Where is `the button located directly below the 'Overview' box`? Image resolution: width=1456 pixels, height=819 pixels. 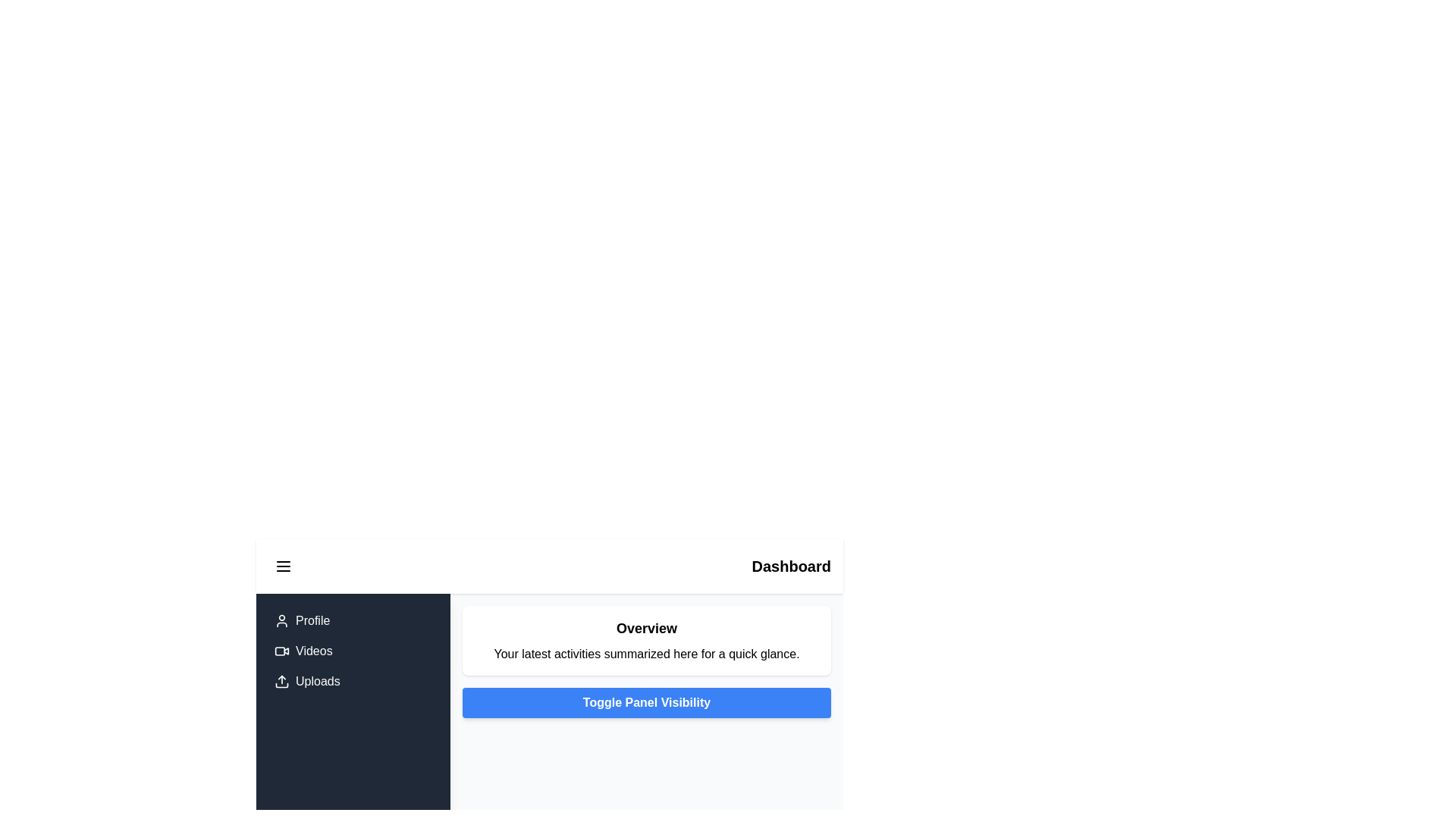
the button located directly below the 'Overview' box is located at coordinates (647, 702).